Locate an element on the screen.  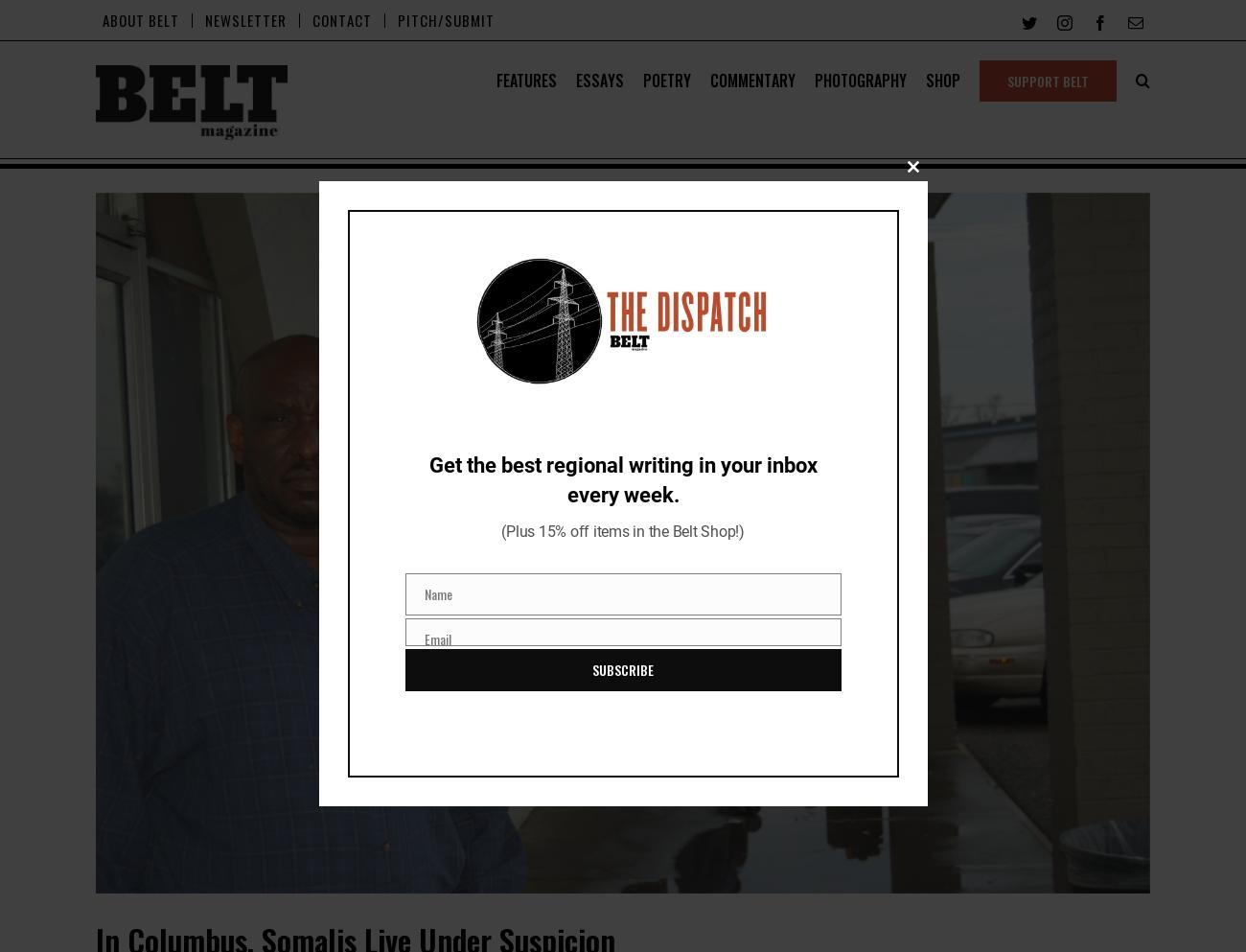
'POETRY' is located at coordinates (666, 81).